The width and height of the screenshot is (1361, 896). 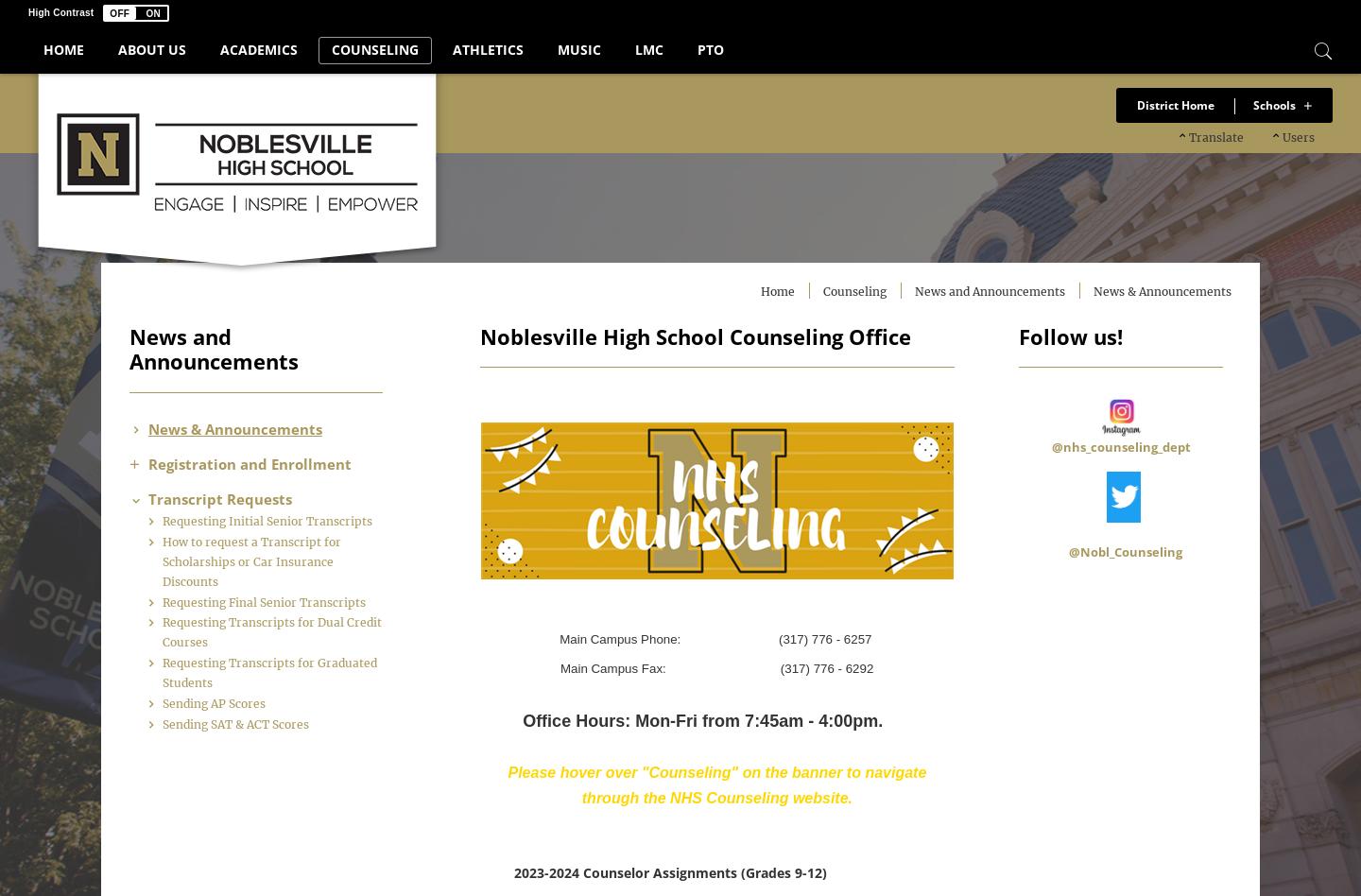 I want to click on 'Requesting Final Senior Transcripts', so click(x=266, y=629).